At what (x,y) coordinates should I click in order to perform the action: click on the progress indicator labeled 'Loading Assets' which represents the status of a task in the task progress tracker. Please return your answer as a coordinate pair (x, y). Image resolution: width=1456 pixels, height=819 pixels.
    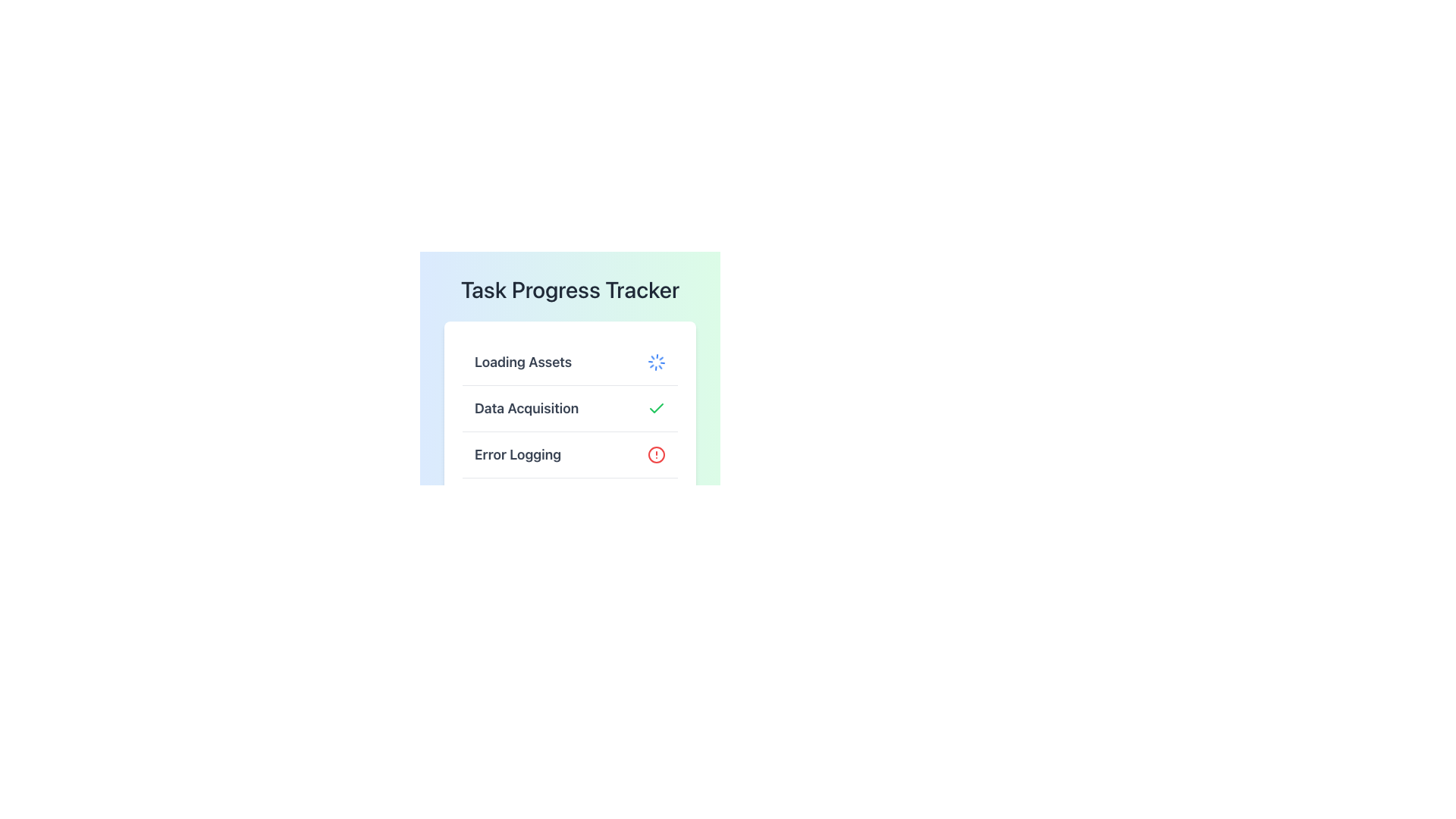
    Looking at the image, I should click on (570, 359).